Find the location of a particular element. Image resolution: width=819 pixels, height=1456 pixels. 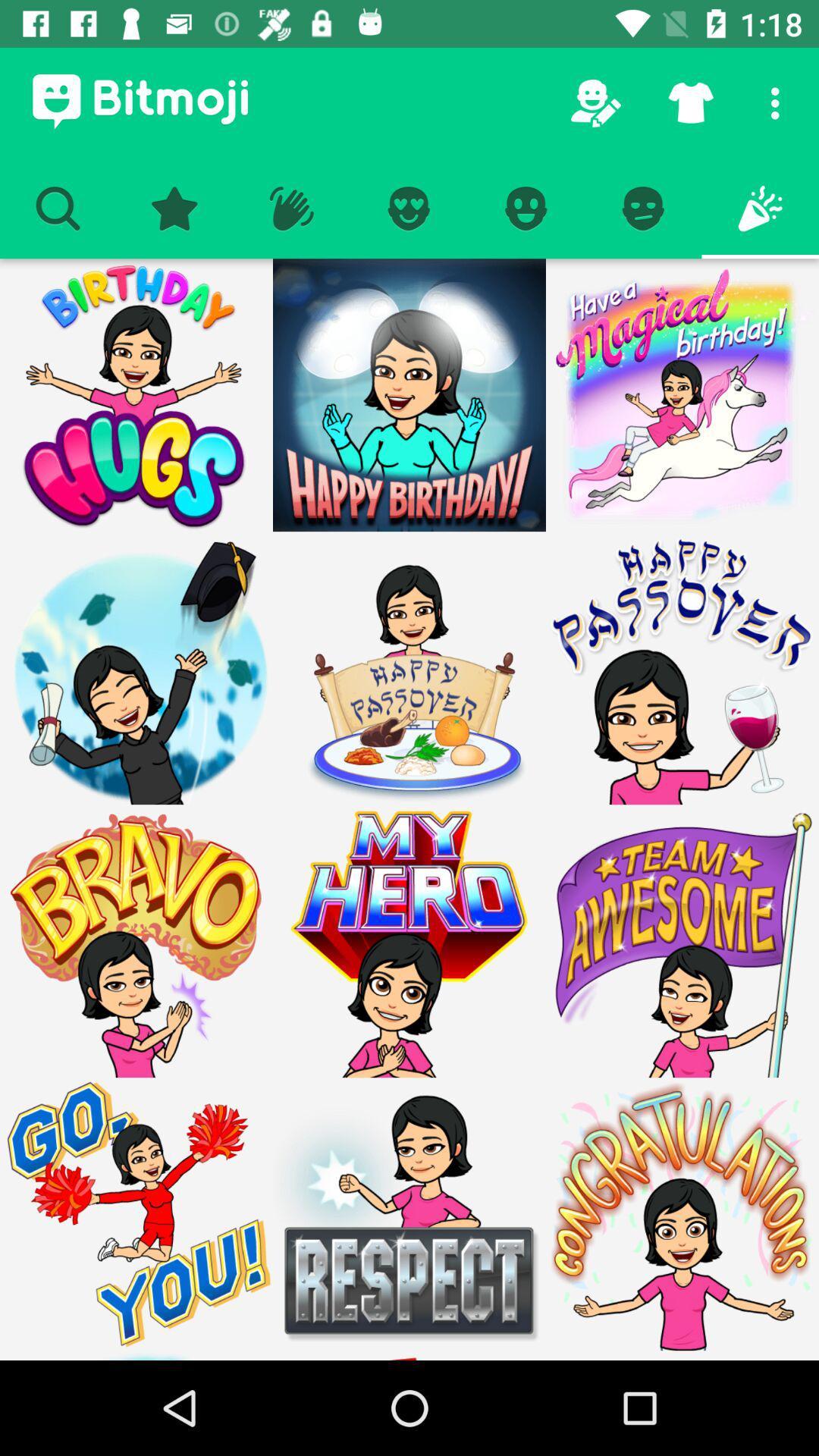

bravo sticker is located at coordinates (136, 940).